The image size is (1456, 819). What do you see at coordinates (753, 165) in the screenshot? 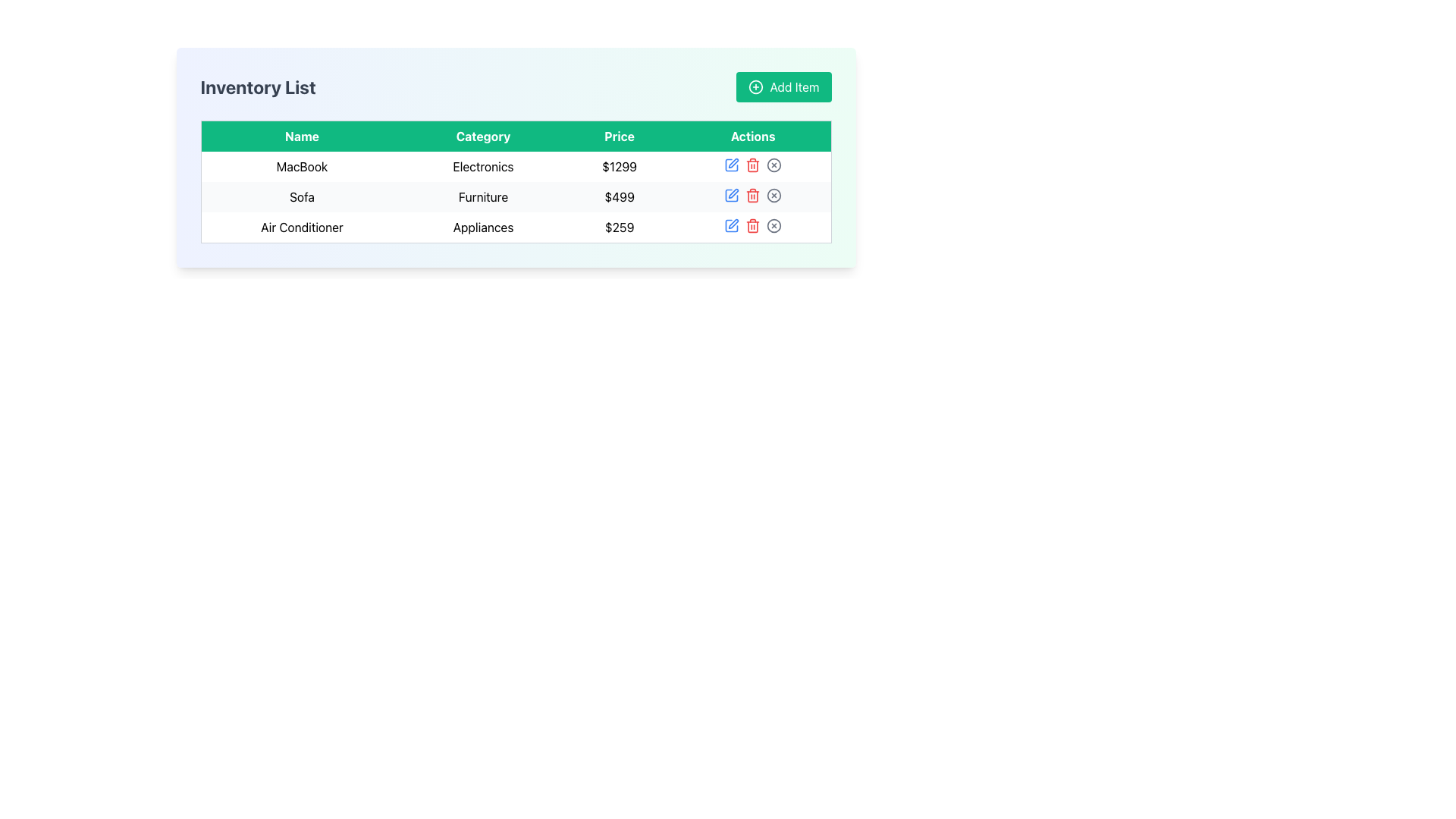
I see `the red trash can icon in the 'Actions' column of the 'Inventory List' table for the item 'MacBook' under the 'Electronics' category` at bounding box center [753, 165].